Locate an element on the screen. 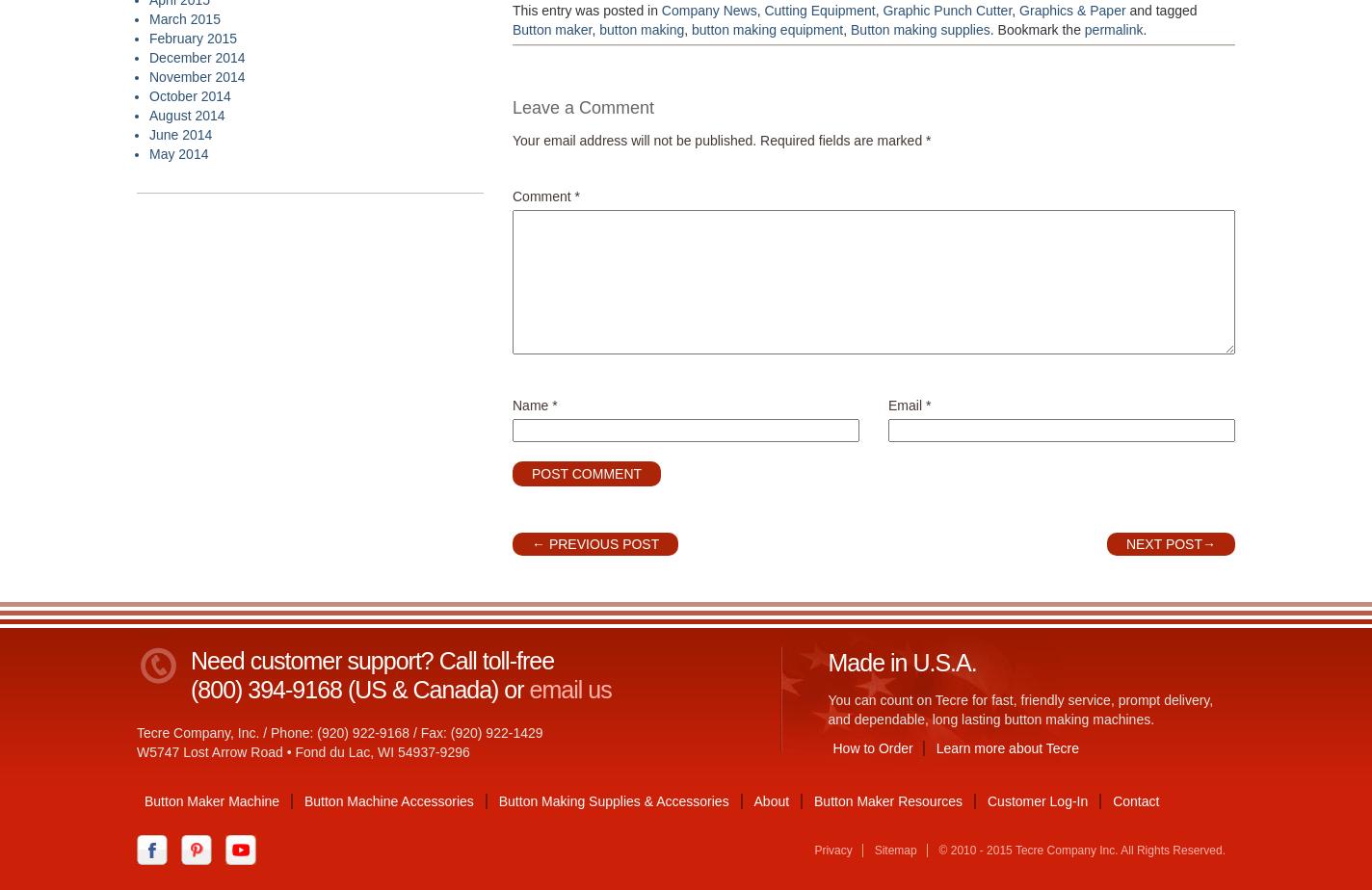 This screenshot has width=1372, height=890. '(800) 394-9168 (US & Canada) or' is located at coordinates (359, 690).